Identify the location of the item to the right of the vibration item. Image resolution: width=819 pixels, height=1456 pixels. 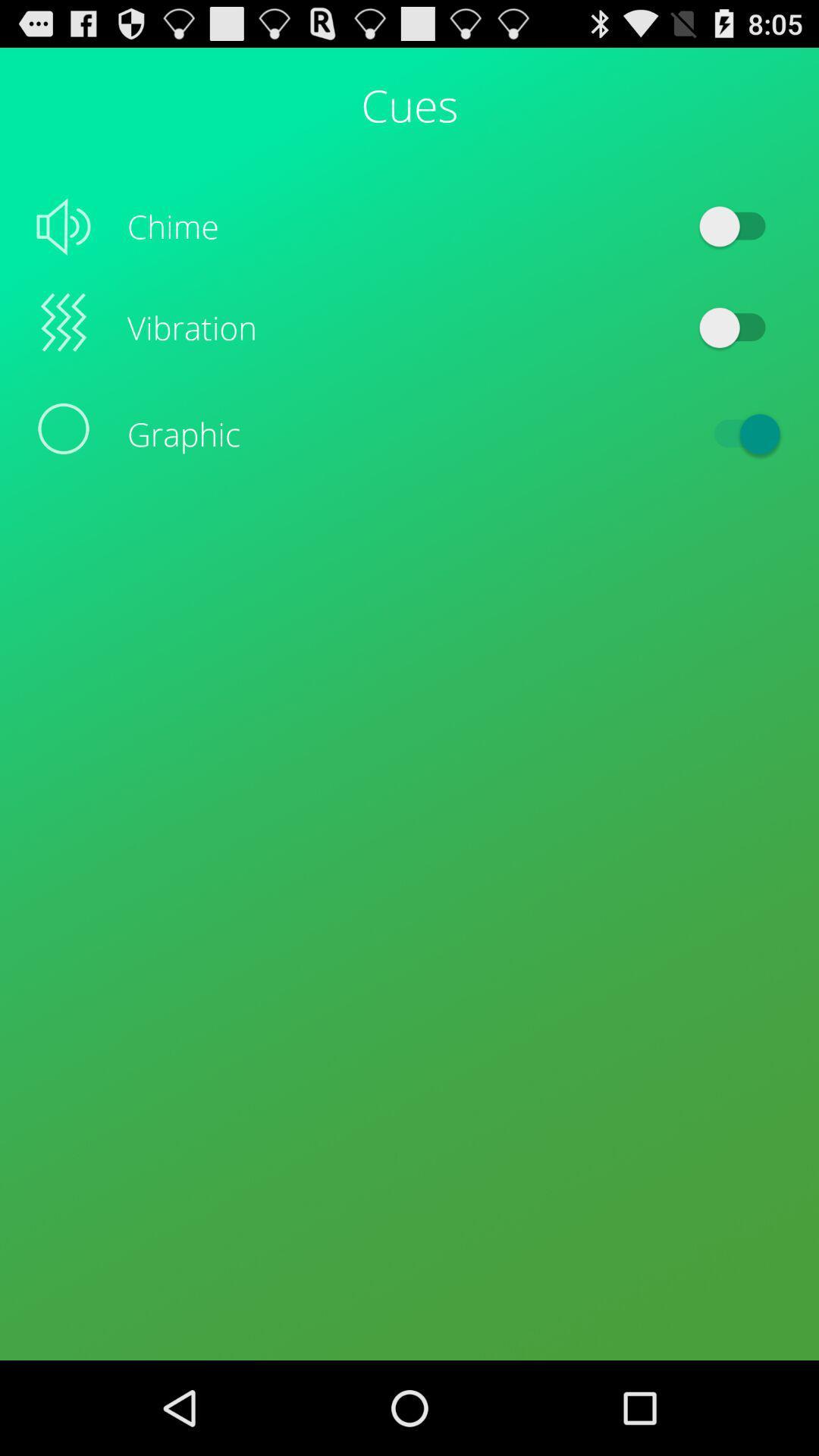
(739, 327).